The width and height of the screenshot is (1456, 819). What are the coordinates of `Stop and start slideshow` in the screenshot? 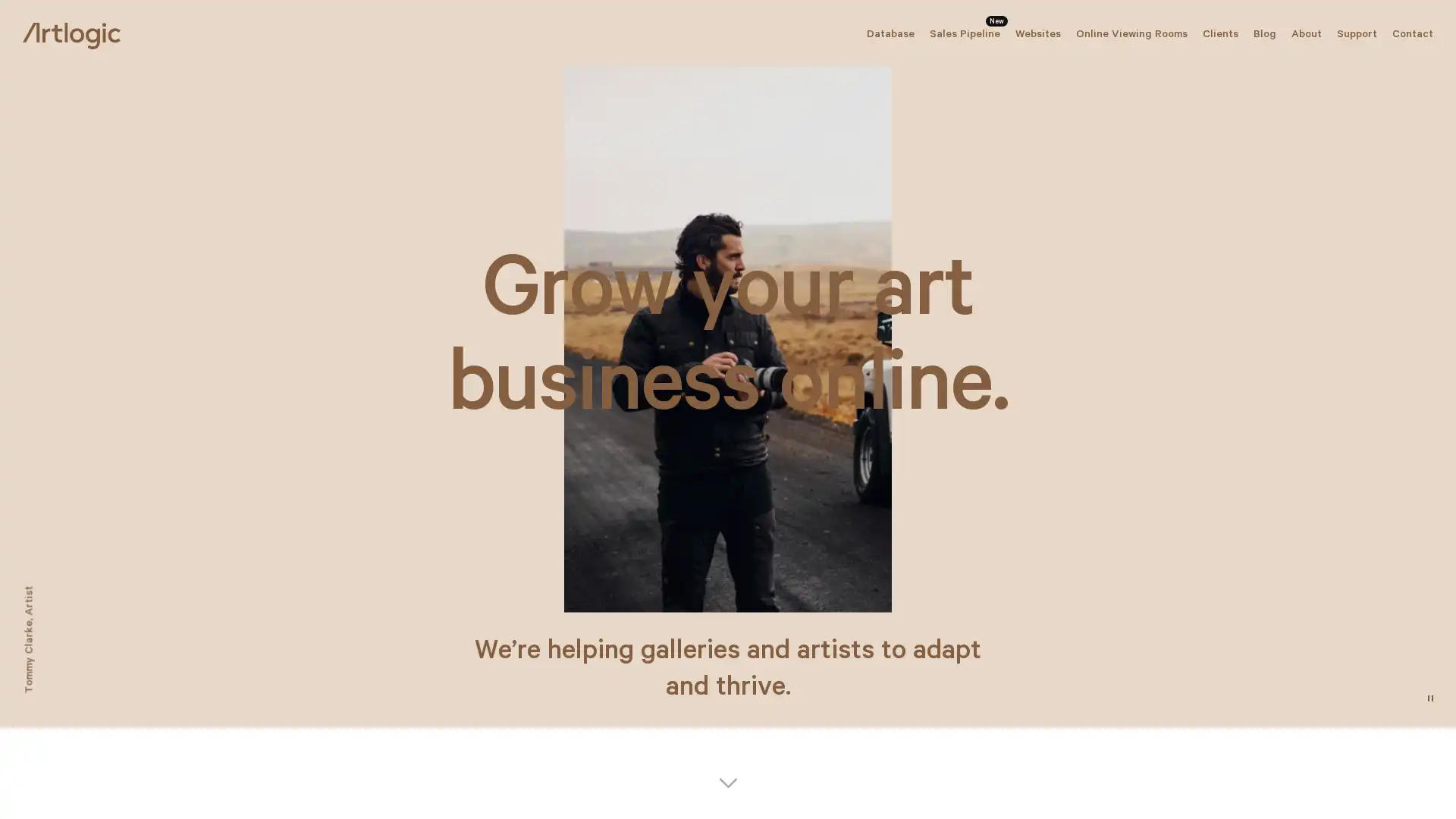 It's located at (1429, 698).